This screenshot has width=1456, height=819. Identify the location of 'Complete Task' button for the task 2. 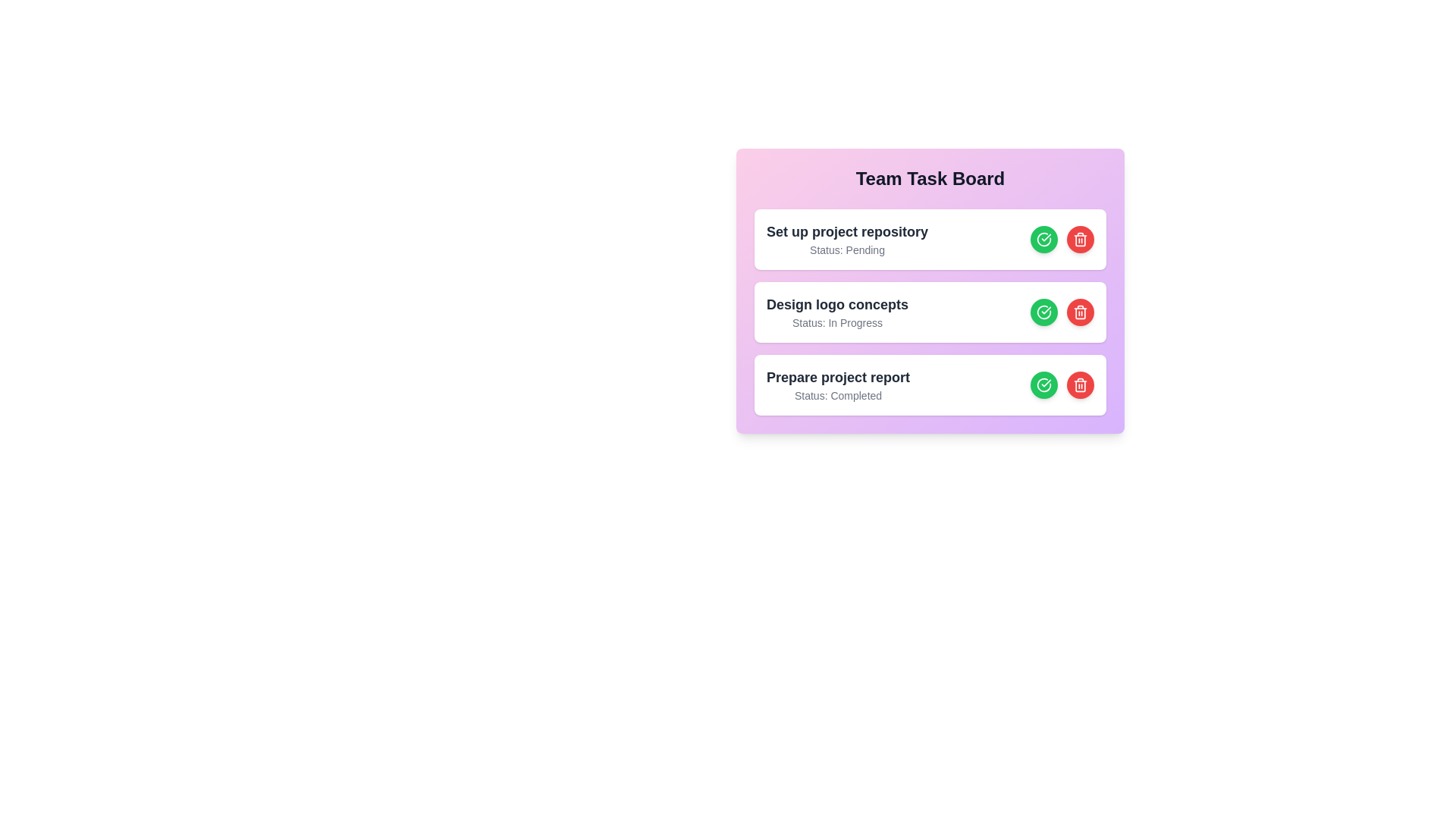
(1043, 312).